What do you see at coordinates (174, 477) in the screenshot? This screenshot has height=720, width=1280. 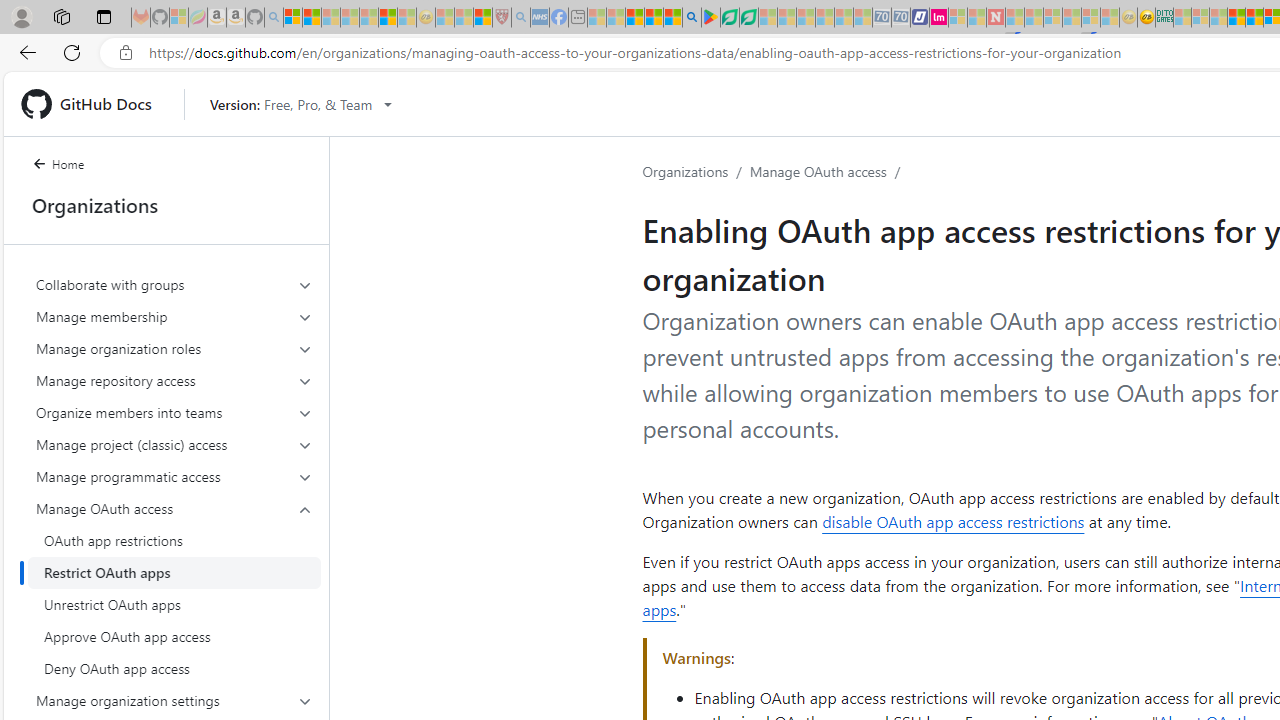 I see `'Manage programmatic access'` at bounding box center [174, 477].